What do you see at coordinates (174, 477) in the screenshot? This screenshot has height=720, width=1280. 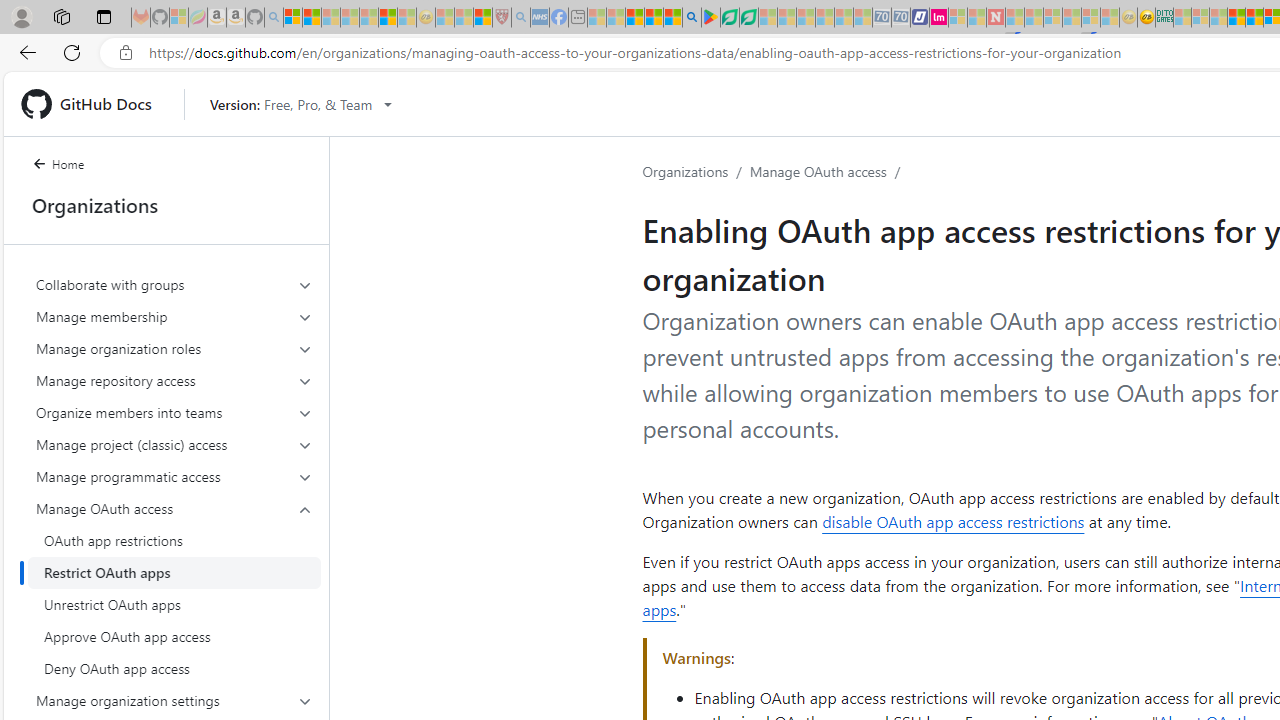 I see `'Manage programmatic access'` at bounding box center [174, 477].